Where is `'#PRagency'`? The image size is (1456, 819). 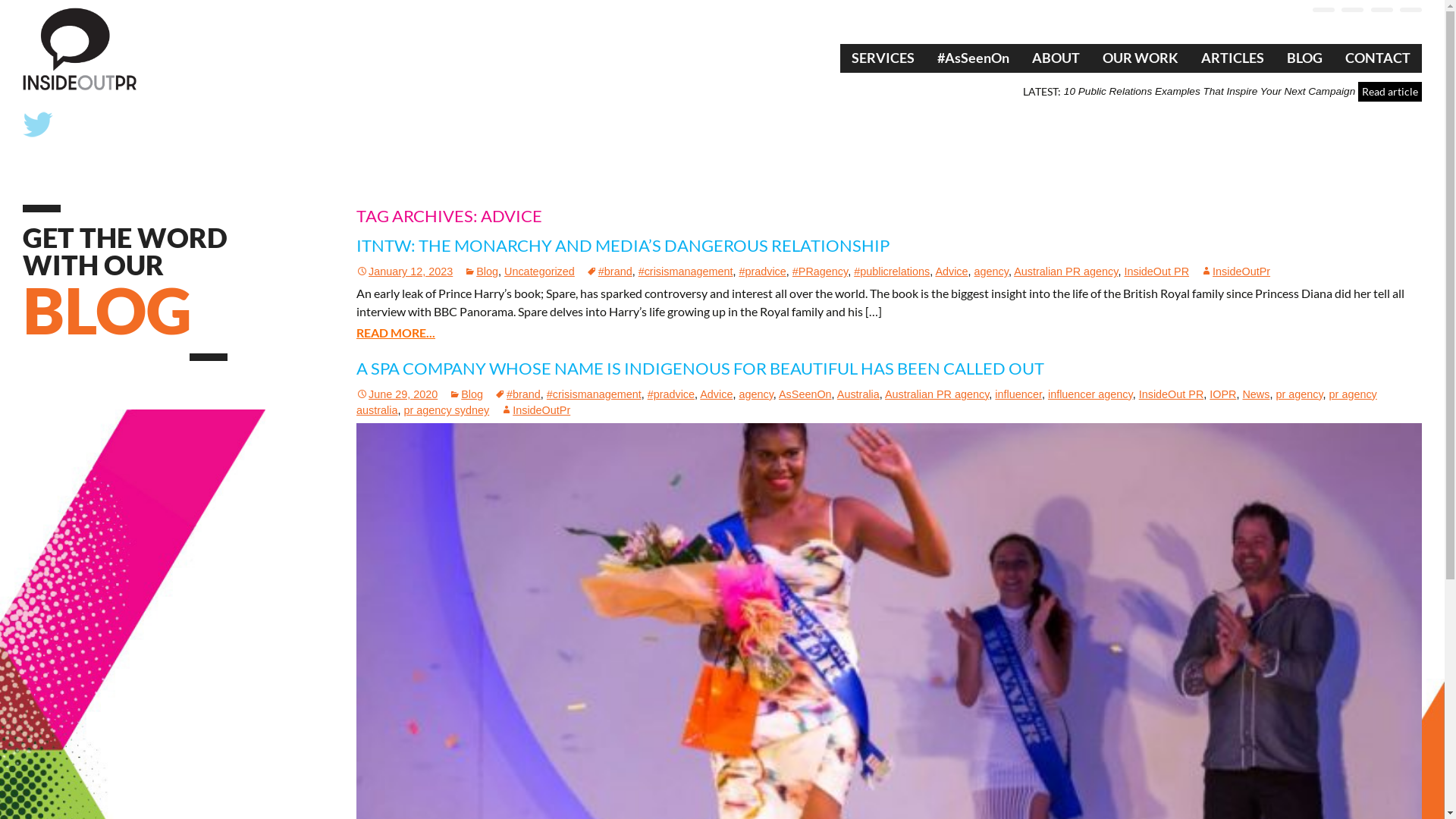
'#PRagency' is located at coordinates (819, 271).